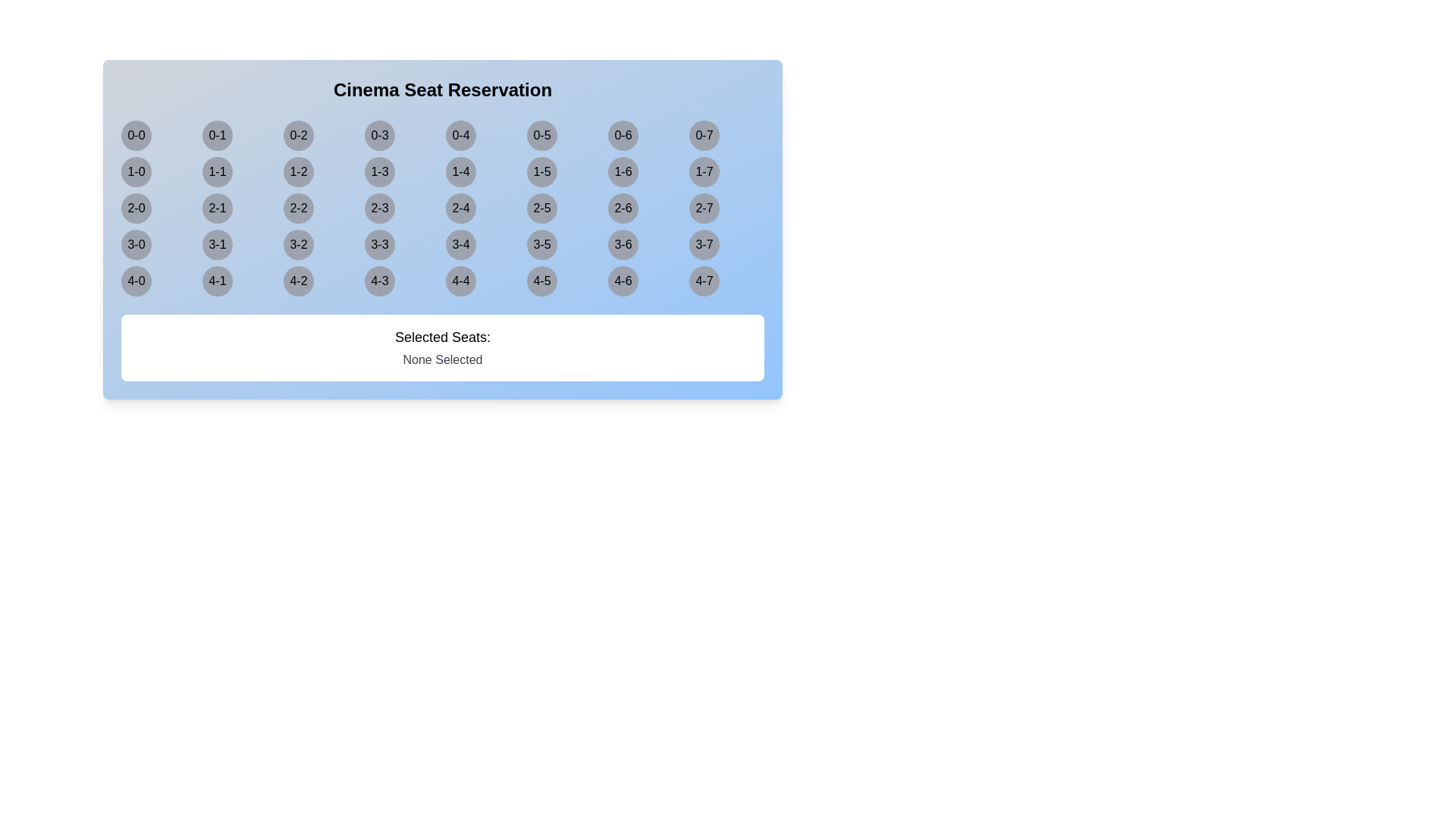 The image size is (1456, 819). I want to click on the circular button with gray background labeled '0-3', so click(379, 134).